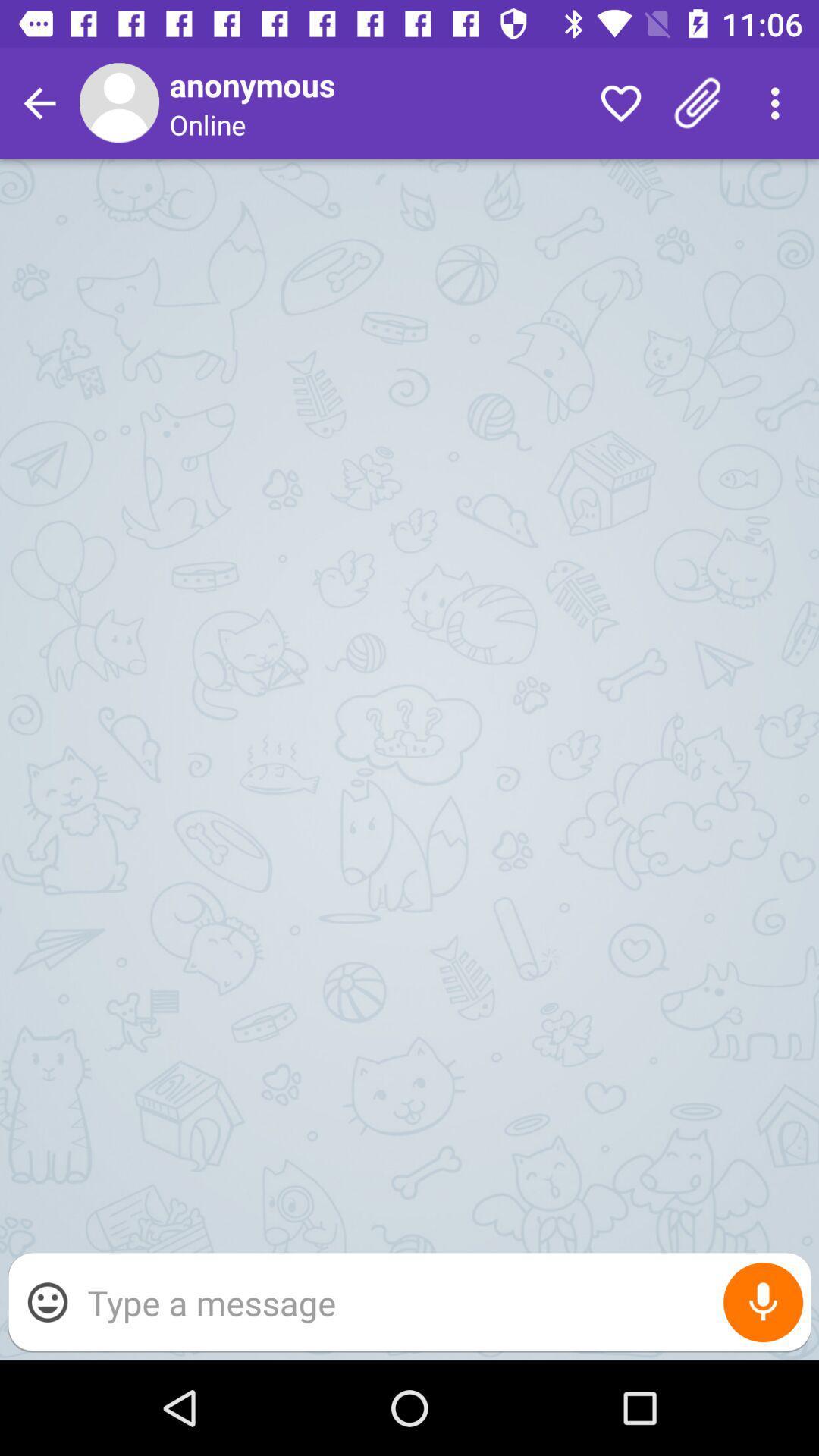 The image size is (819, 1456). Describe the element at coordinates (46, 1301) in the screenshot. I see `use emoji` at that location.